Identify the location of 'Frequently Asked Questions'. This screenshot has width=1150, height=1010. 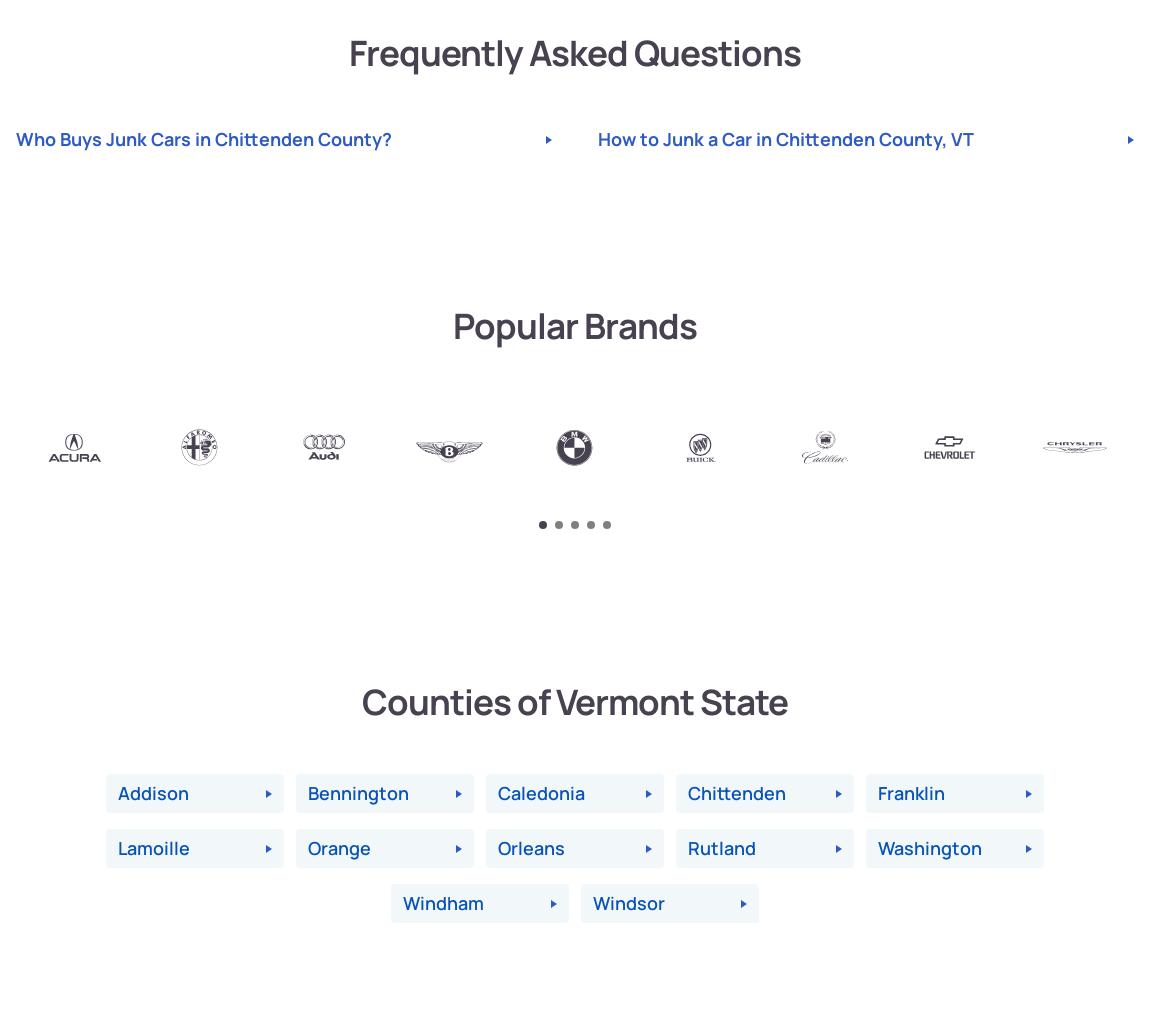
(575, 52).